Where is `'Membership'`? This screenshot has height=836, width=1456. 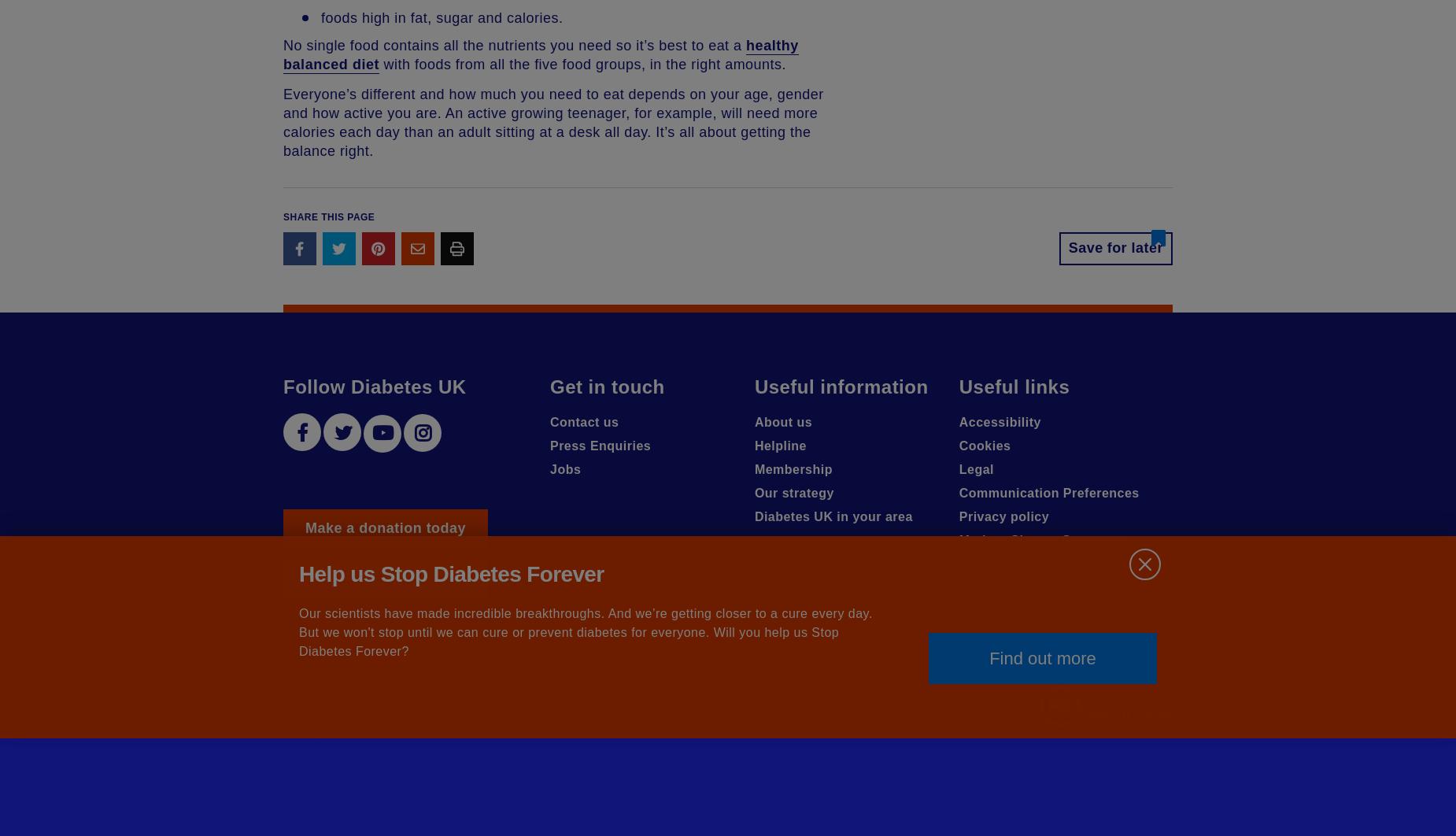
'Membership' is located at coordinates (792, 469).